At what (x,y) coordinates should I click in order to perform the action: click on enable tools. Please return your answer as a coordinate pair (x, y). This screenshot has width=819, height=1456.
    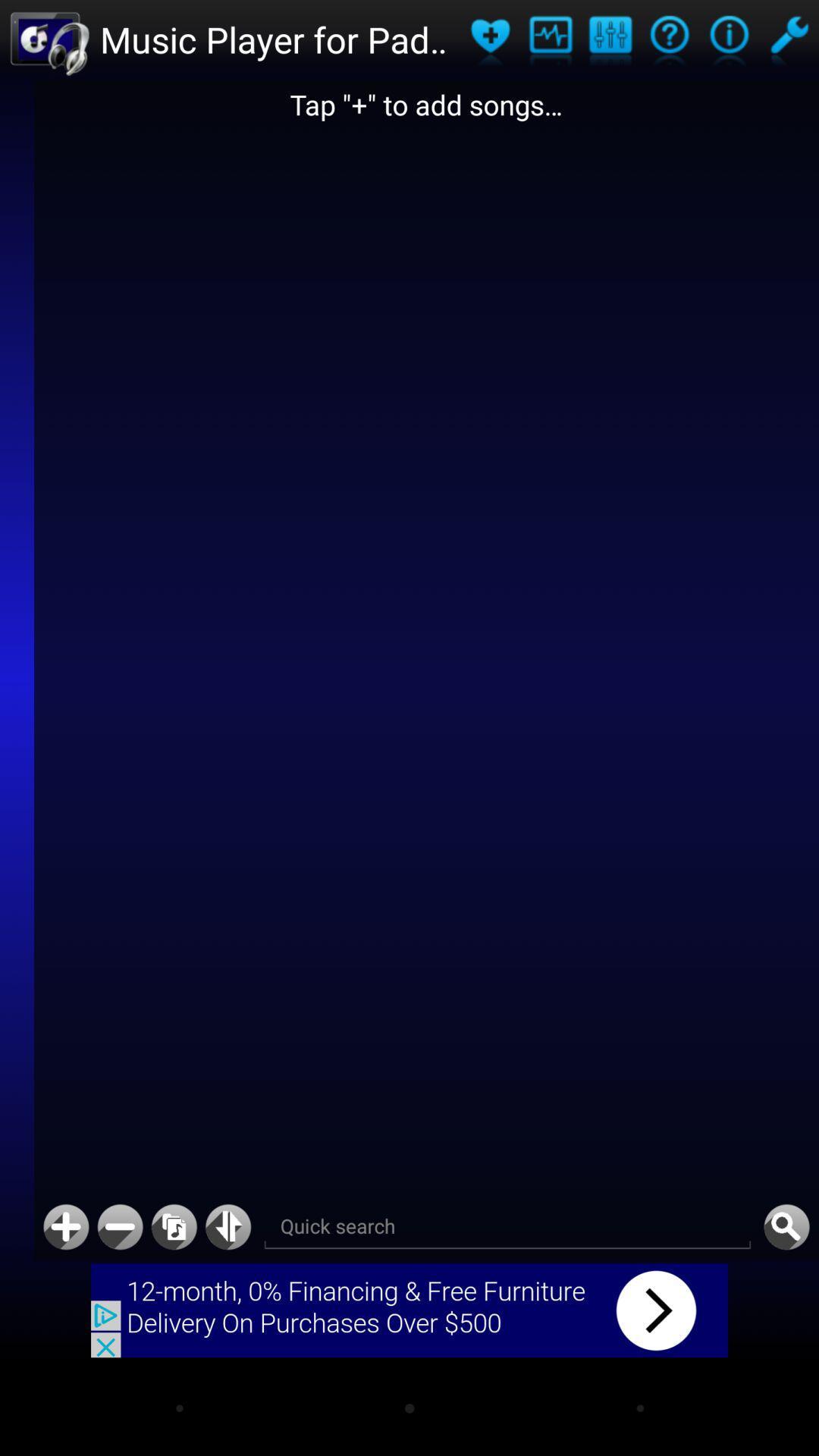
    Looking at the image, I should click on (788, 39).